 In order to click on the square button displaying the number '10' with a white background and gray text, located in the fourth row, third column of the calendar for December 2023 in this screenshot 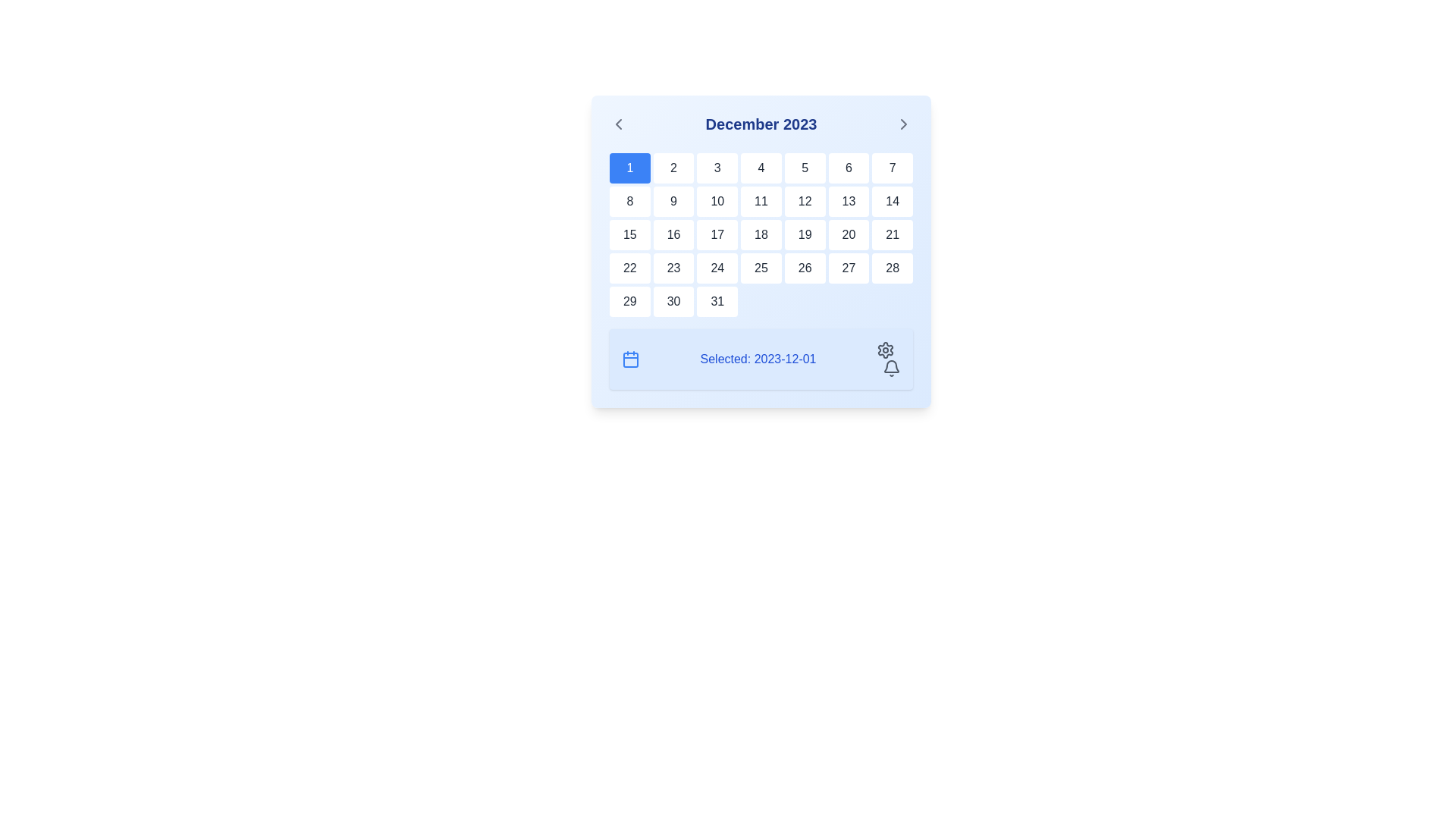, I will do `click(717, 201)`.